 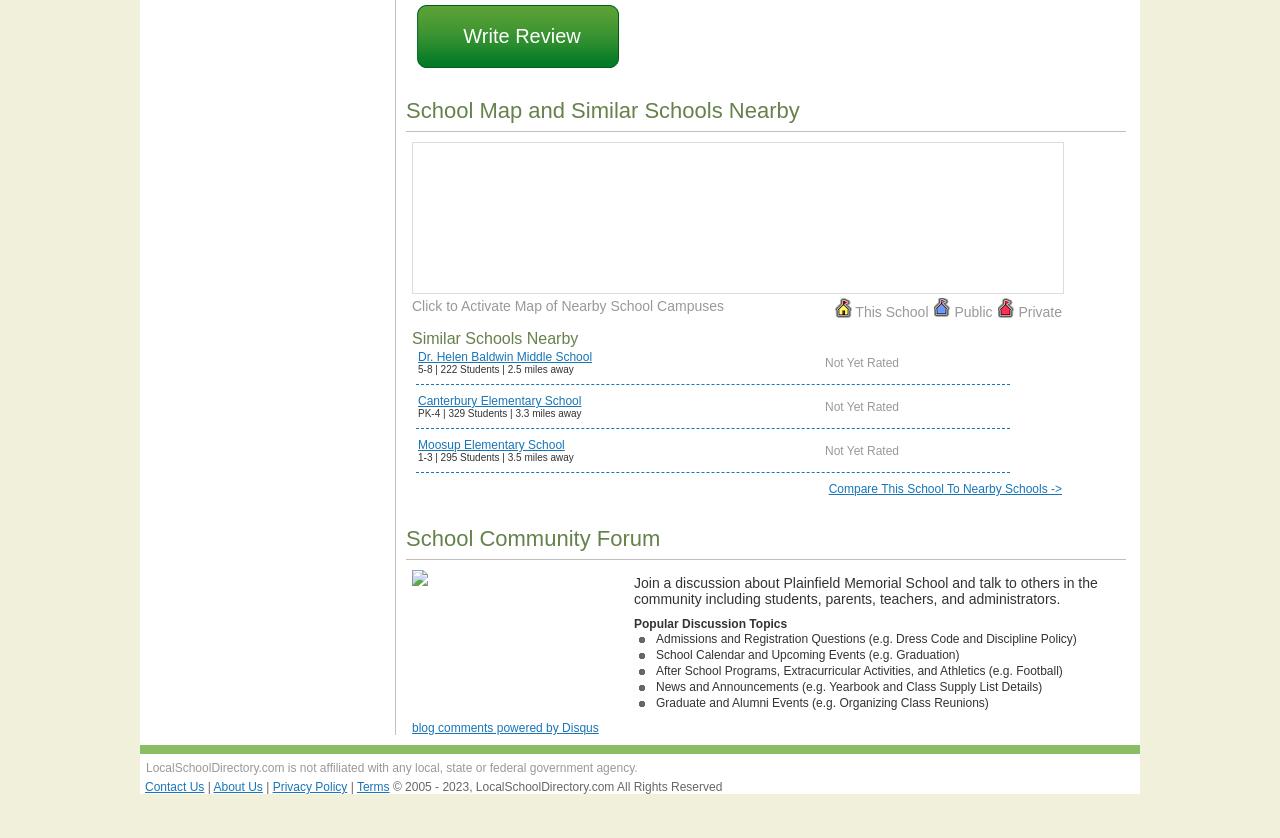 I want to click on 'Admissions and Registration Questions (e.g. Dress Code and Discipline Policy)', so click(x=866, y=637).